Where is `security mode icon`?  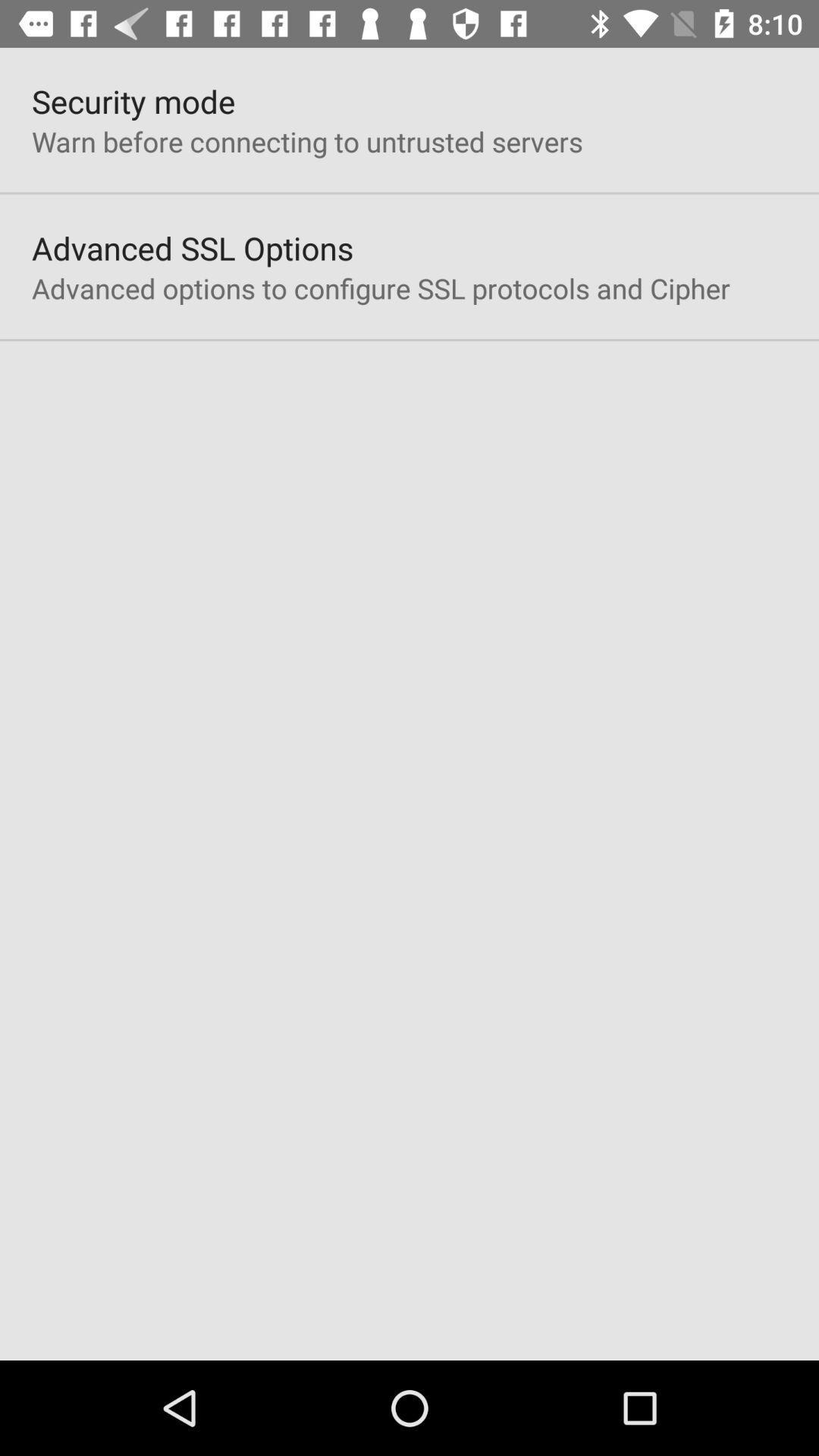 security mode icon is located at coordinates (133, 100).